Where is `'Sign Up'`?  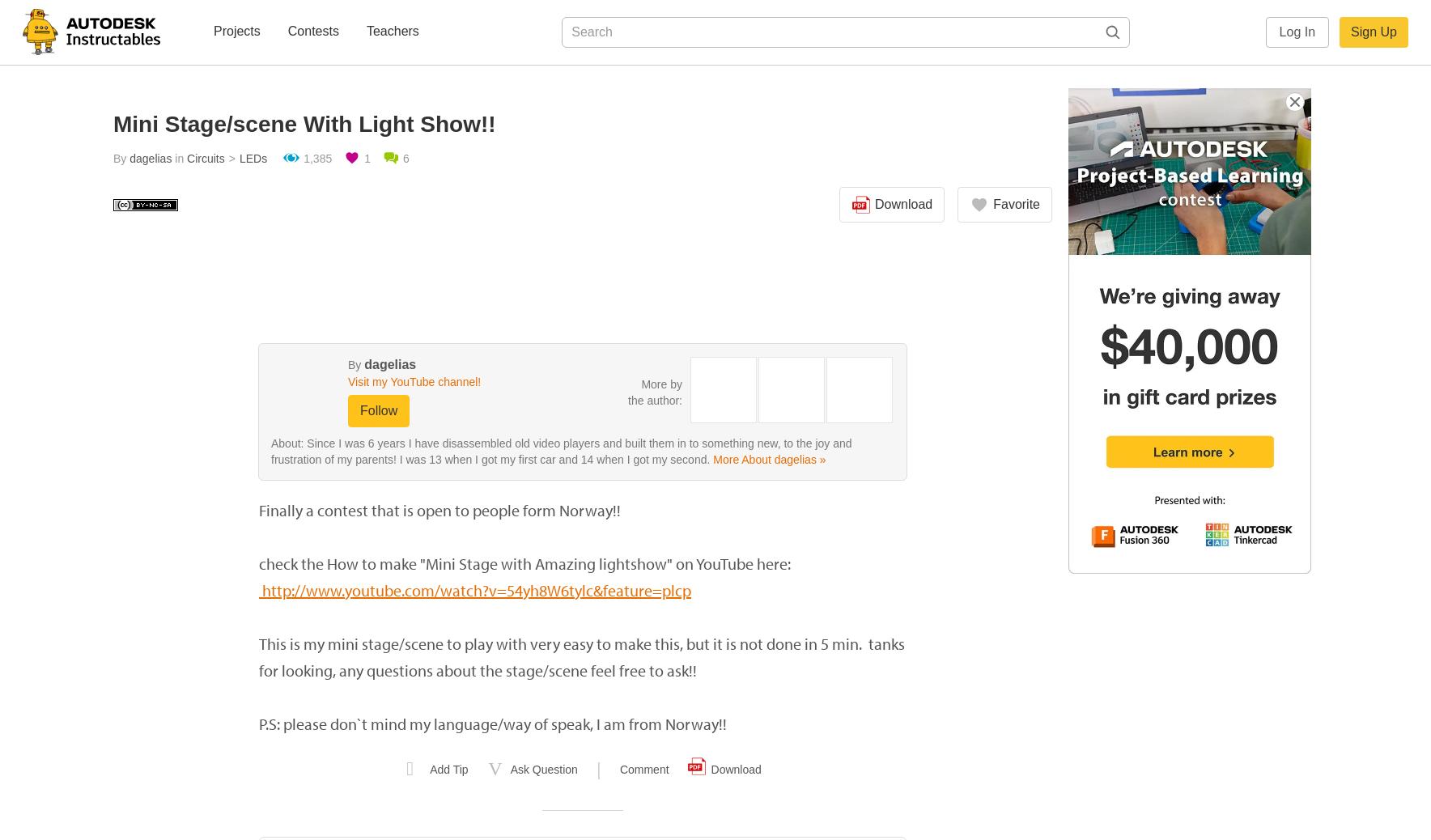
'Sign Up' is located at coordinates (1373, 31).